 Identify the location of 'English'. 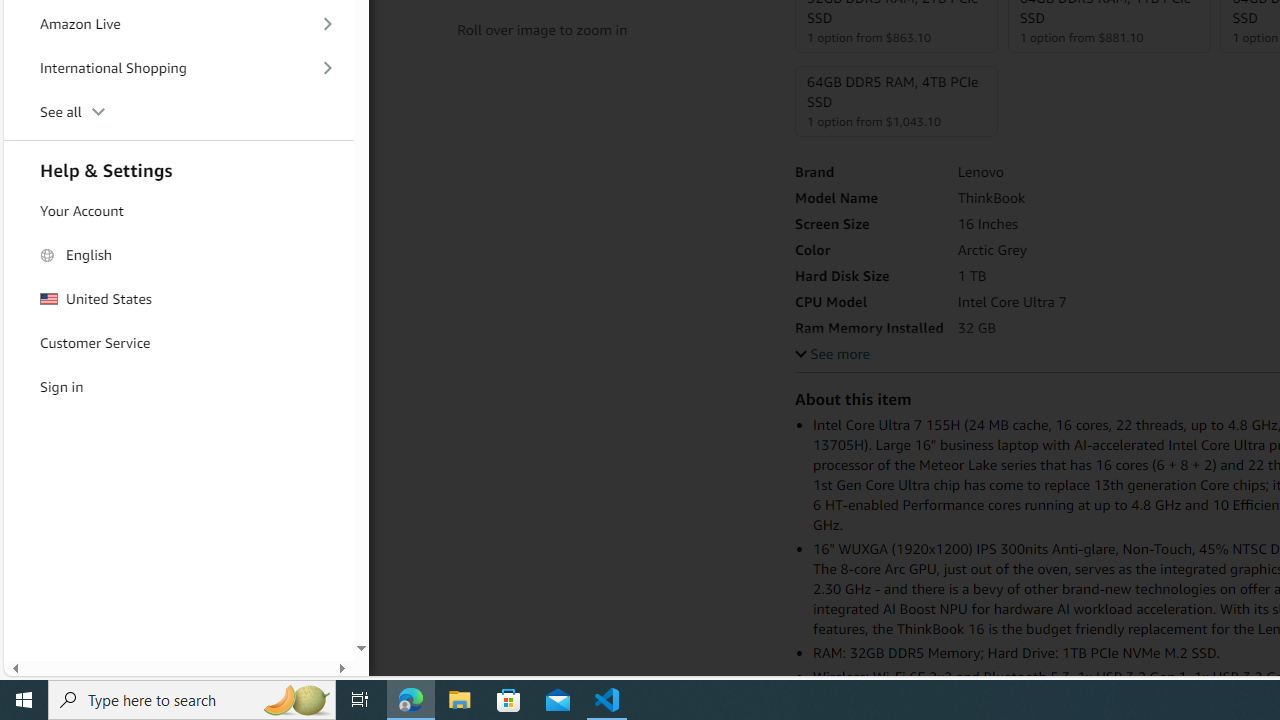
(179, 253).